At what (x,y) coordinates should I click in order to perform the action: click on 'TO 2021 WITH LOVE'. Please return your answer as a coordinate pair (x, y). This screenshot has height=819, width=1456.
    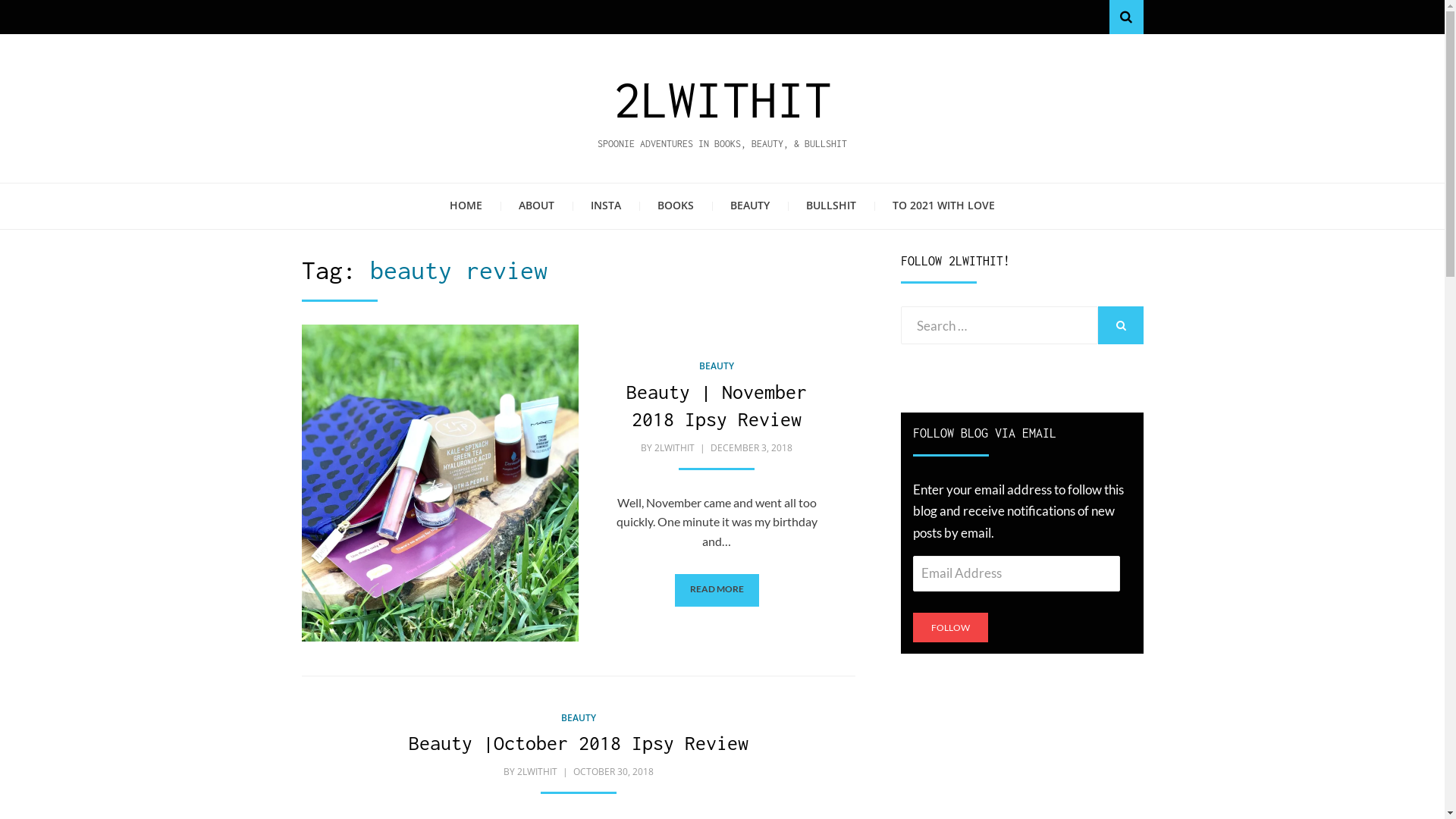
    Looking at the image, I should click on (874, 206).